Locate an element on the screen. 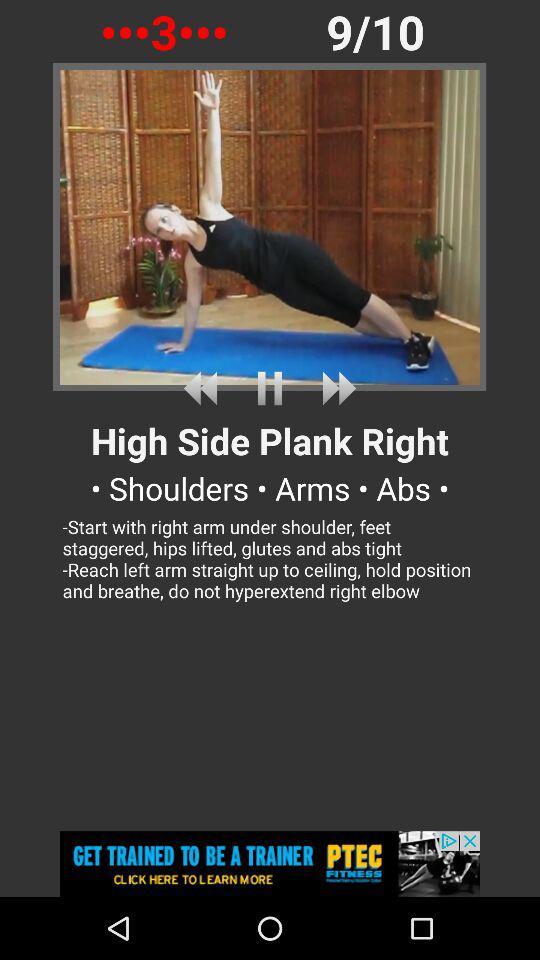  previous is located at coordinates (203, 387).